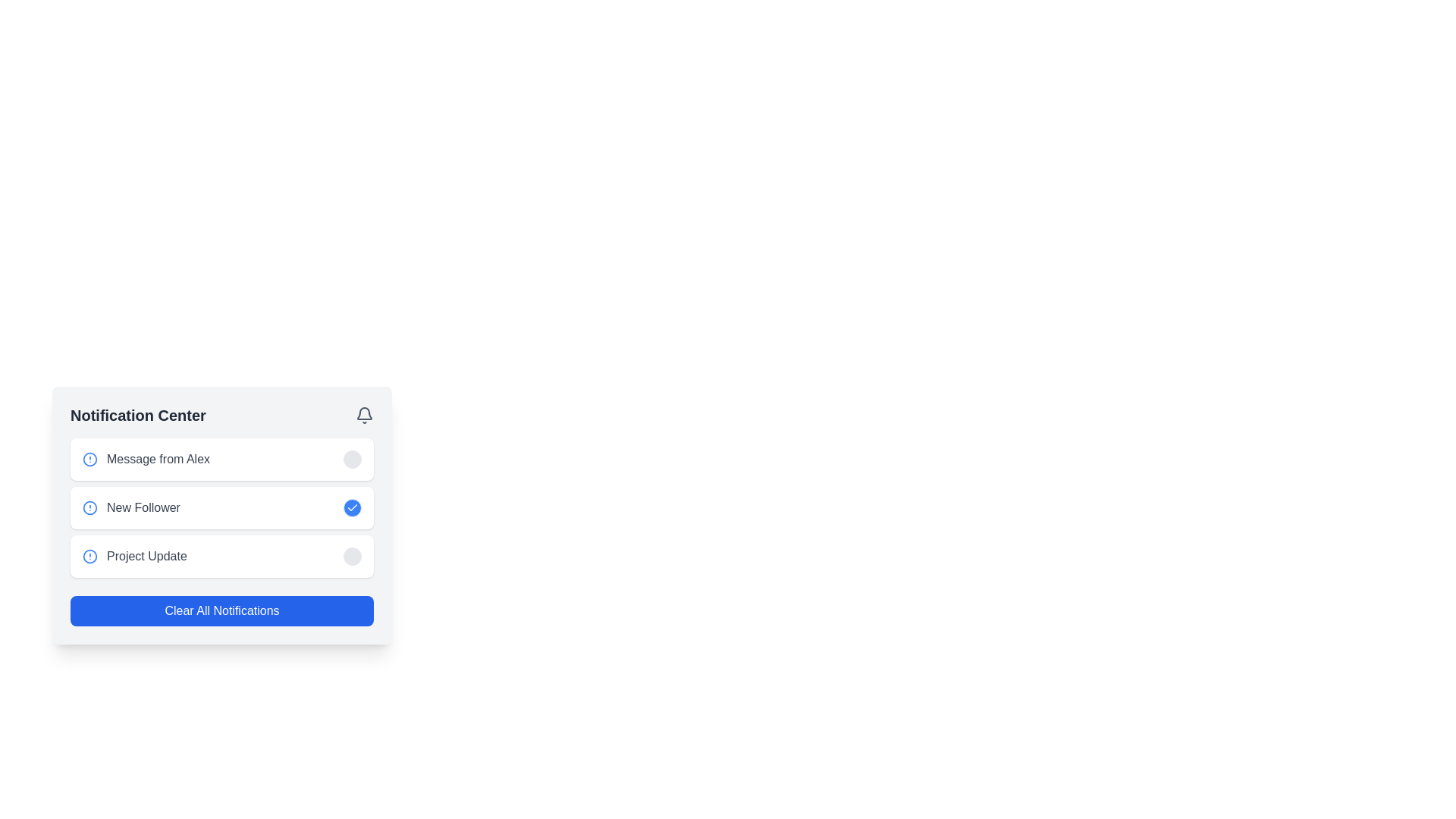 The image size is (1456, 819). Describe the element at coordinates (131, 508) in the screenshot. I see `the notification icon for the new follower event, which is the second item in the vertical list of notifications within the 'Notification Center' section` at that location.